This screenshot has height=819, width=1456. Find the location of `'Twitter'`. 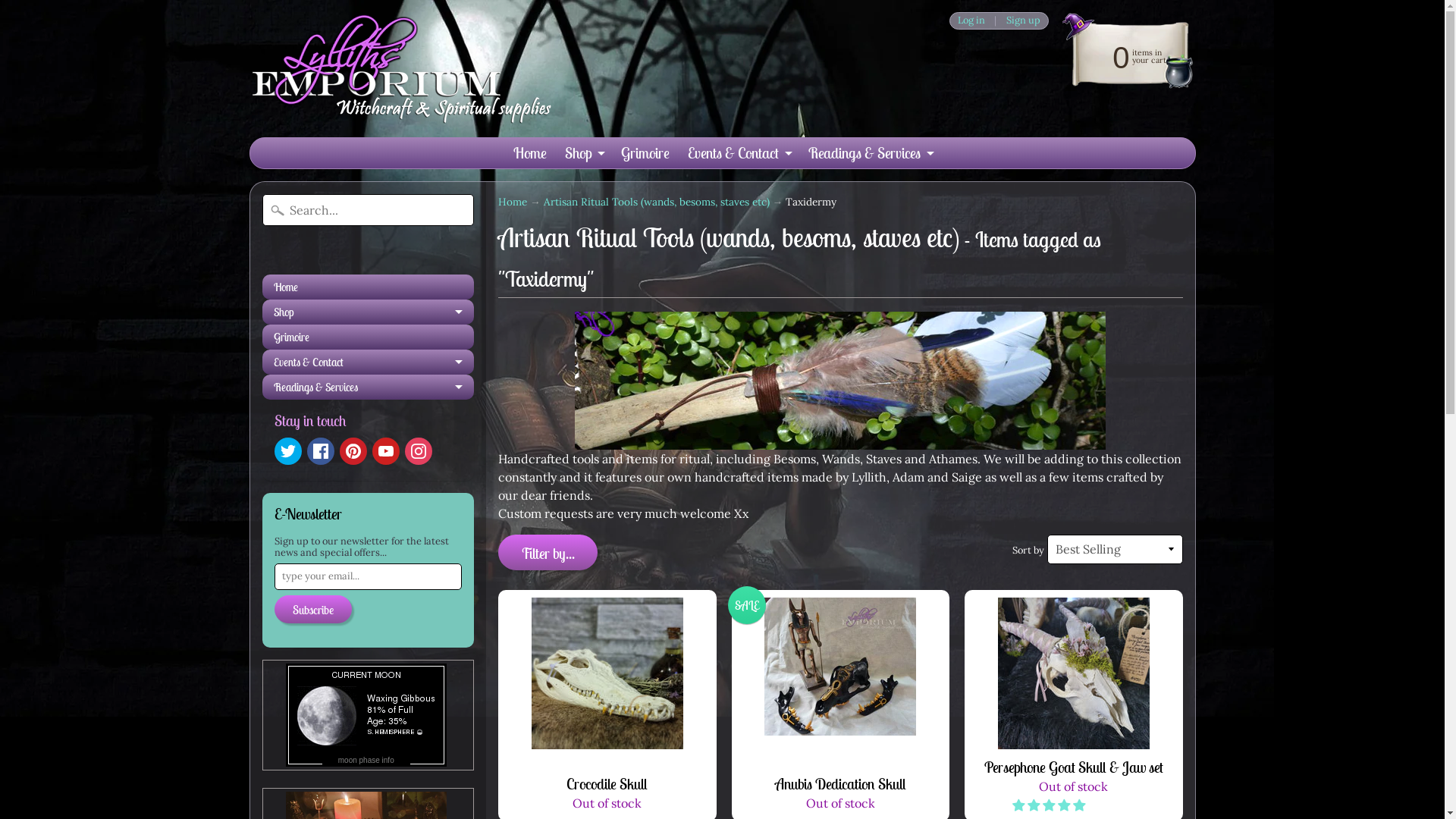

'Twitter' is located at coordinates (274, 450).